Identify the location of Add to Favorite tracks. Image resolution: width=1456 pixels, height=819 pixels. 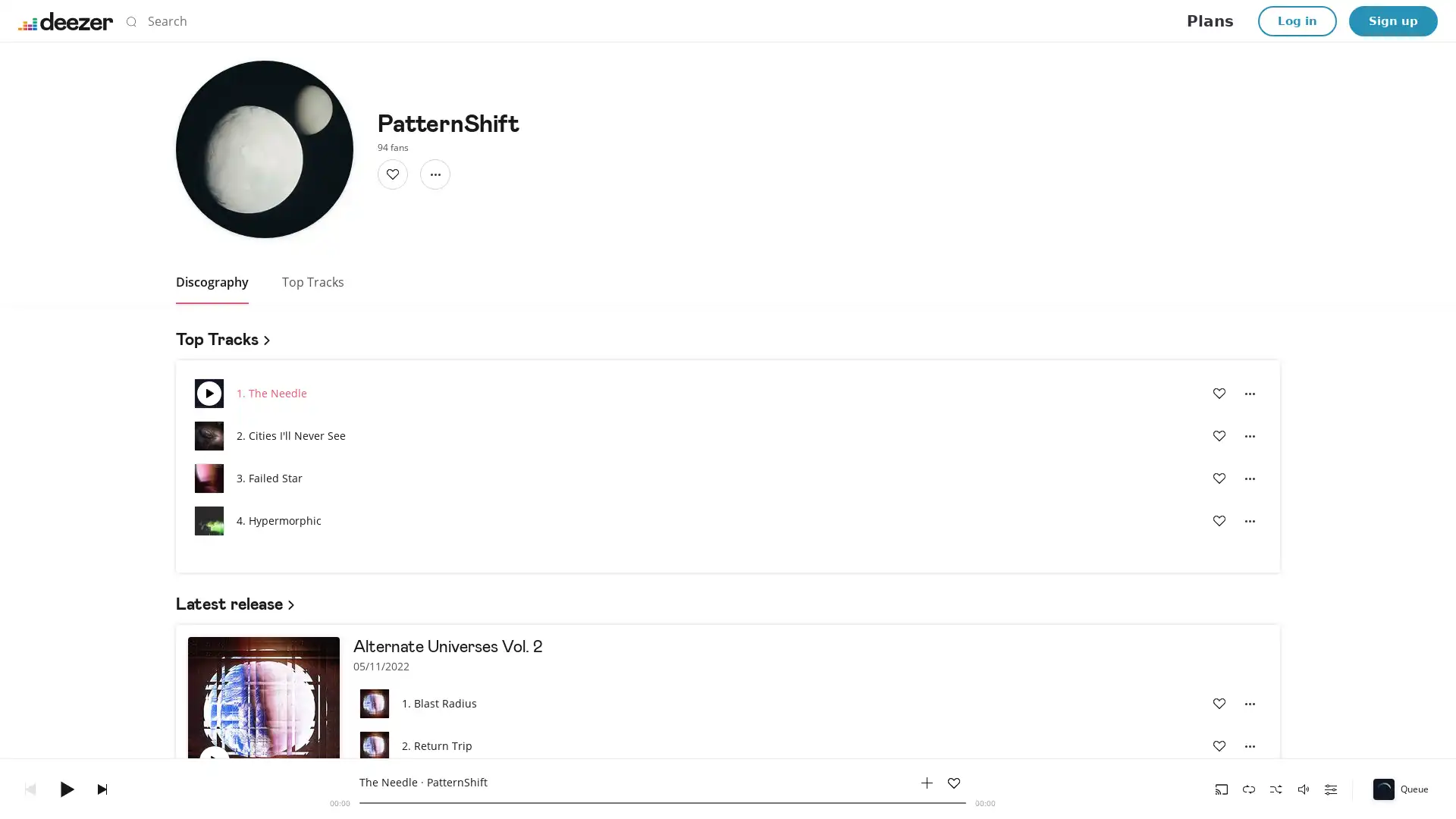
(1219, 704).